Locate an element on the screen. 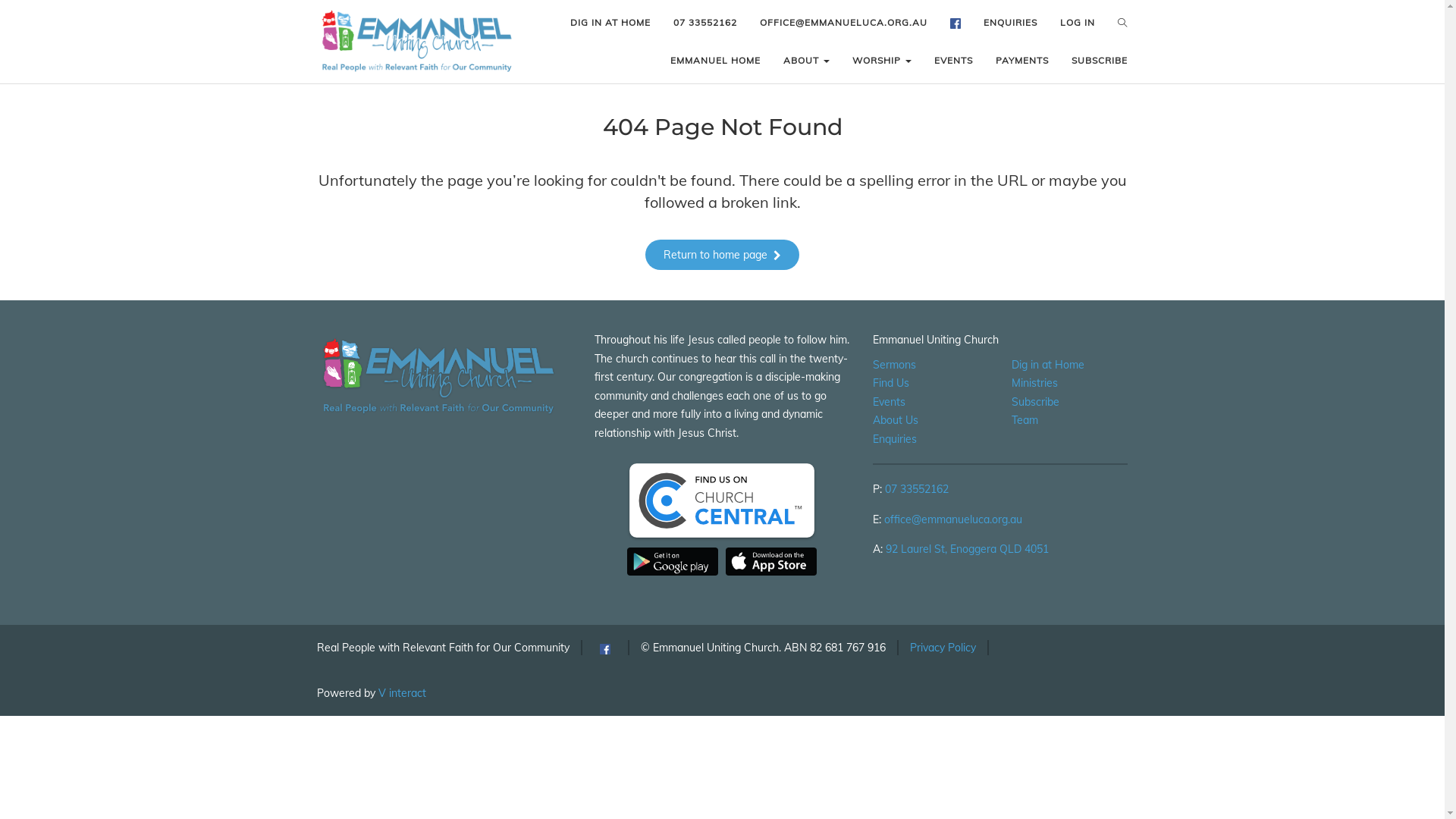 Image resolution: width=1456 pixels, height=819 pixels. 'PAYMENTS' is located at coordinates (984, 60).